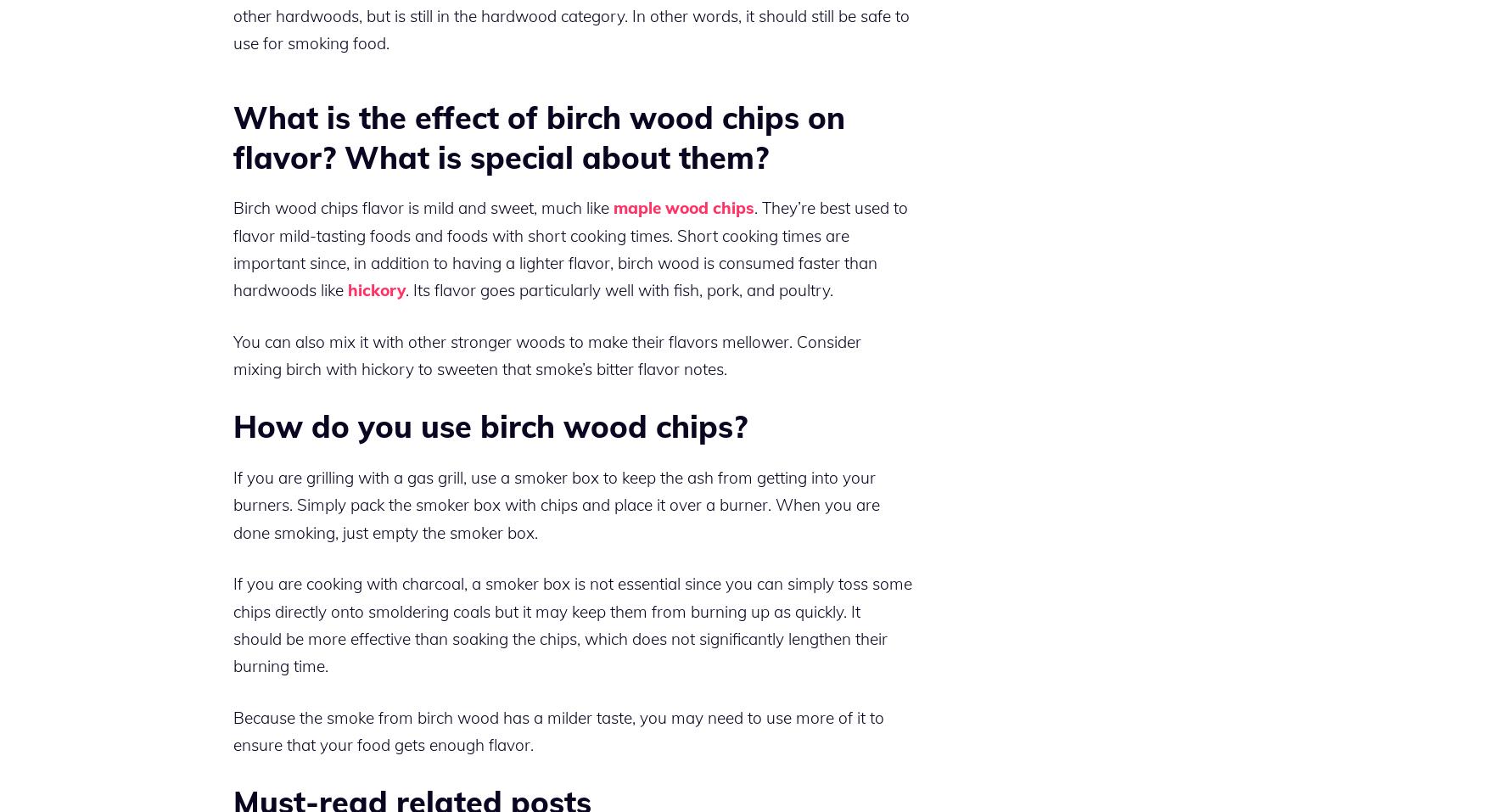 The width and height of the screenshot is (1485, 812). I want to click on 'Because the smoke from birch wood has a milder taste, you may need to use more of it to ensure that your food gets enough flavor.', so click(558, 730).